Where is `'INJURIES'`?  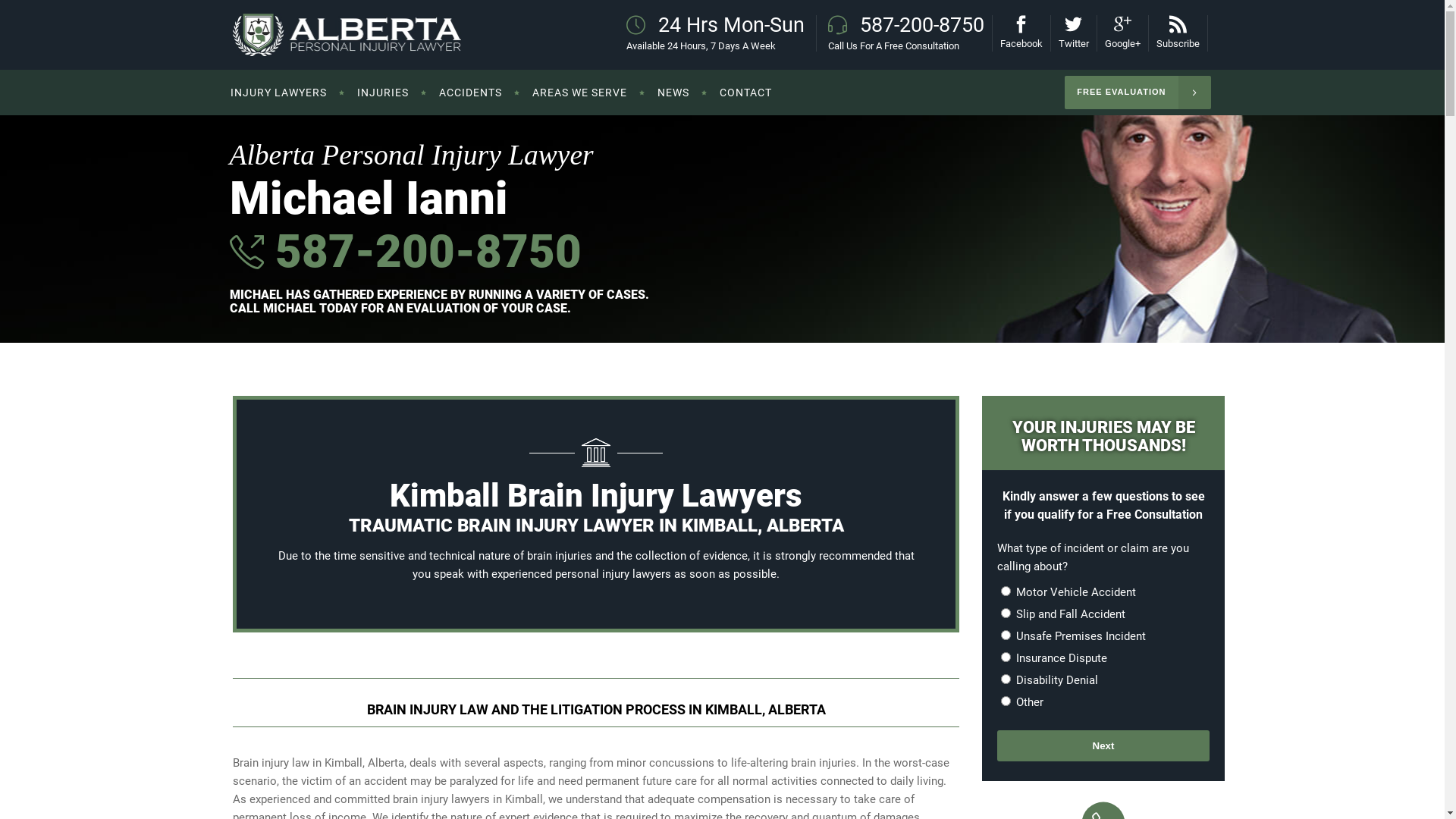
'INJURIES' is located at coordinates (340, 93).